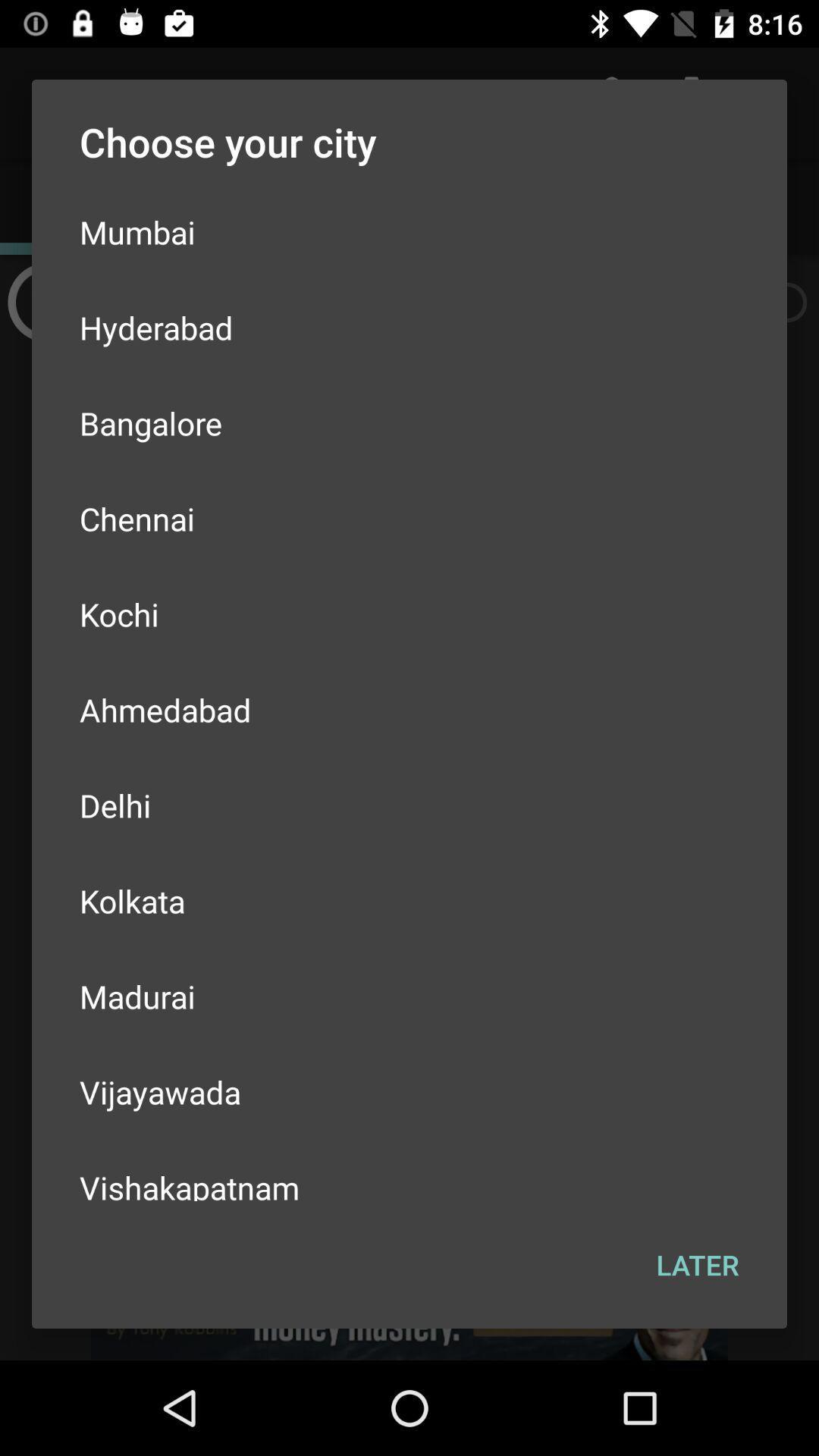 The height and width of the screenshot is (1456, 819). I want to click on the item above the madurai, so click(409, 901).